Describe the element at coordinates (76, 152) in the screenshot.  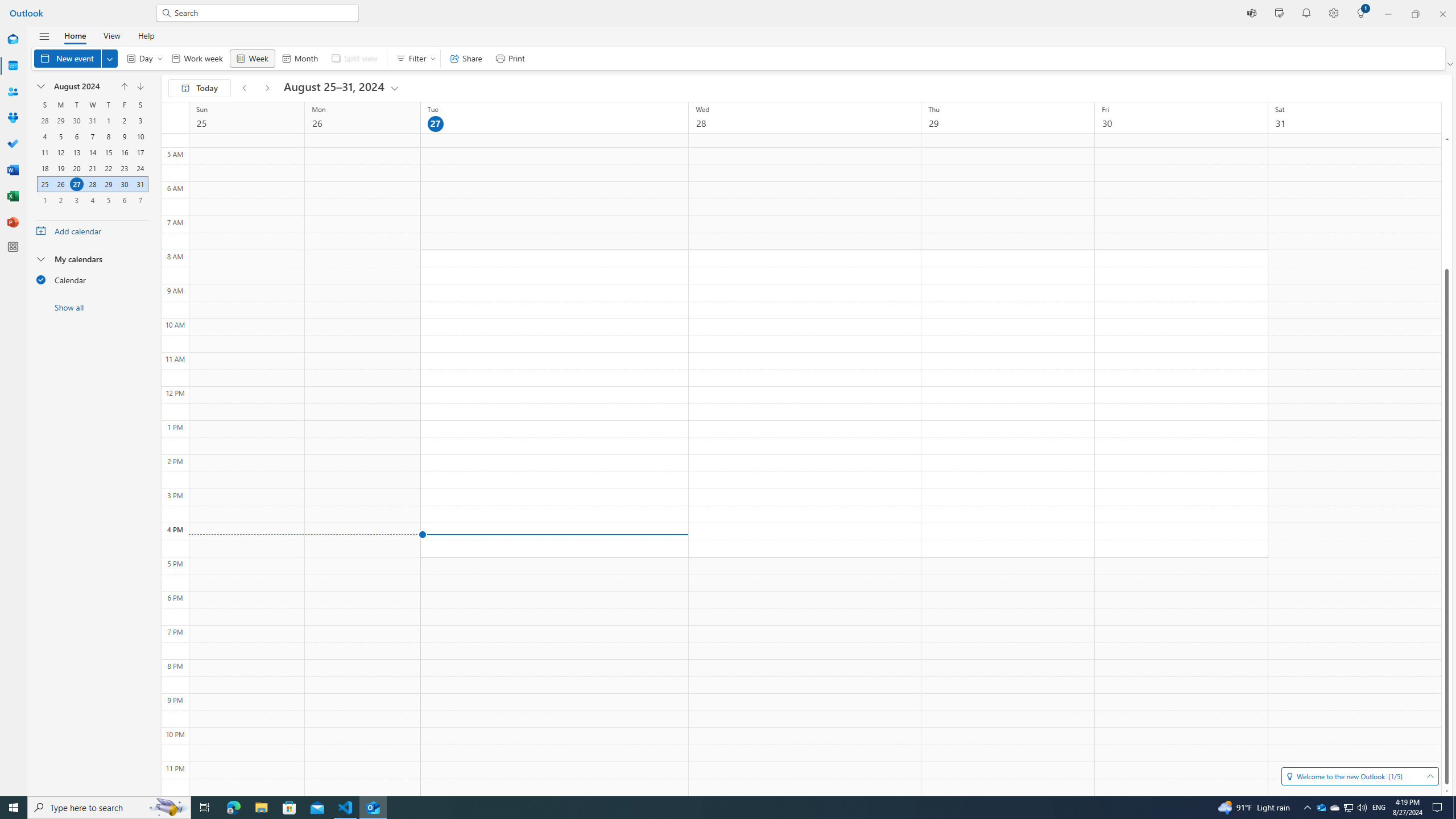
I see `'13, August, 2024'` at that location.